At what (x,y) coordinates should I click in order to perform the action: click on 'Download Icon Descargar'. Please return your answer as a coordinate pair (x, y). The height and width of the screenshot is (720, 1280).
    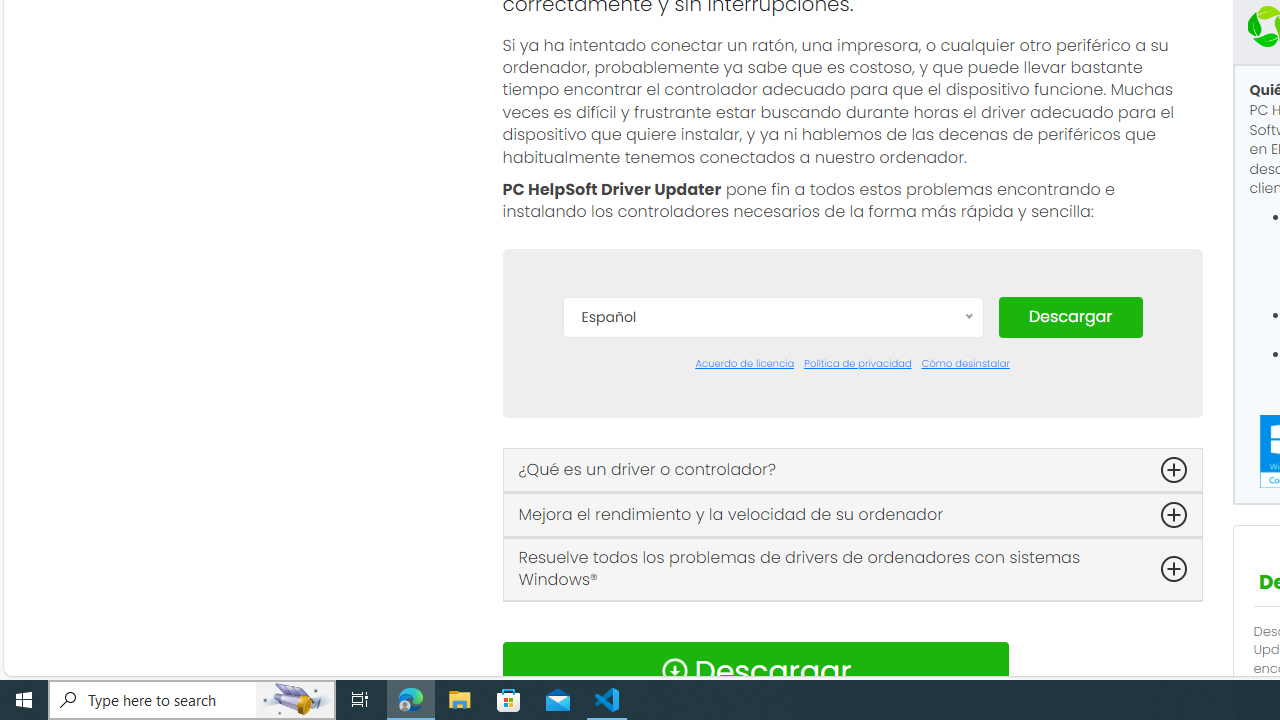
    Looking at the image, I should click on (754, 671).